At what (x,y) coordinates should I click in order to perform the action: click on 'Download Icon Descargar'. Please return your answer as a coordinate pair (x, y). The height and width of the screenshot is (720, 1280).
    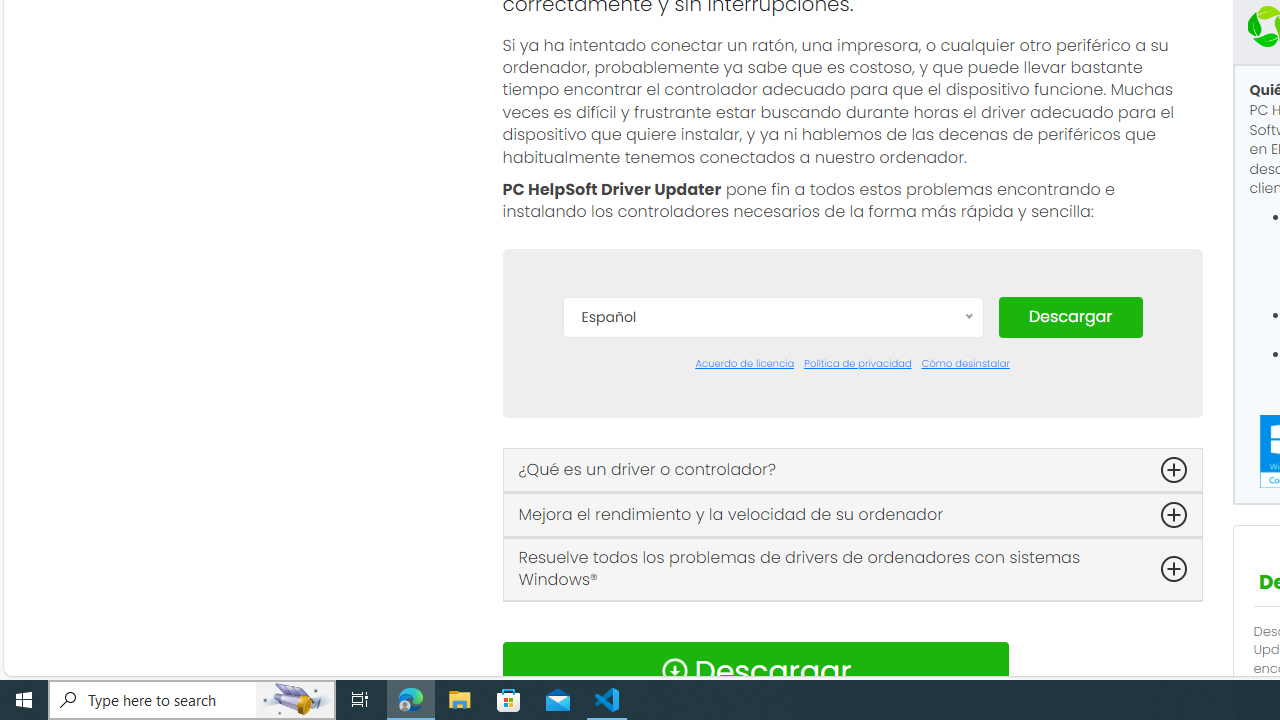
    Looking at the image, I should click on (754, 671).